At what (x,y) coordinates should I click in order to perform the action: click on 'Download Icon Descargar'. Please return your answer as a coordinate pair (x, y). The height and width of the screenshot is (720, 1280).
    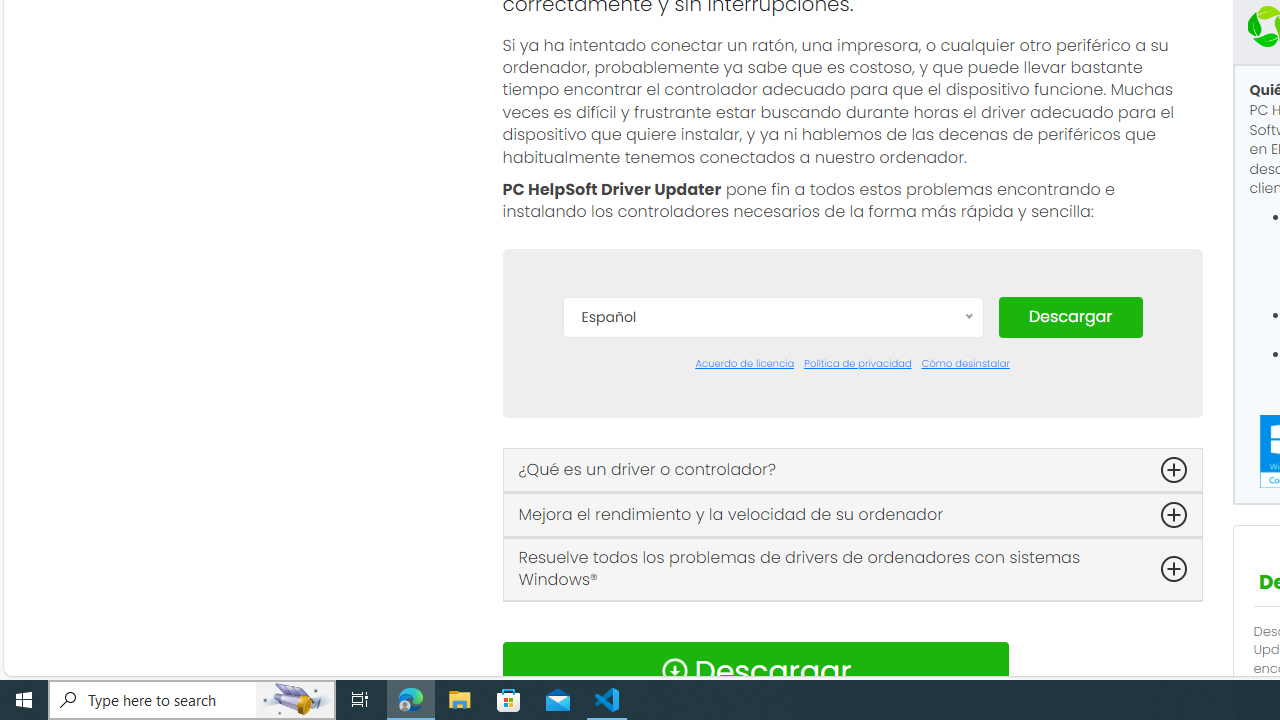
    Looking at the image, I should click on (754, 671).